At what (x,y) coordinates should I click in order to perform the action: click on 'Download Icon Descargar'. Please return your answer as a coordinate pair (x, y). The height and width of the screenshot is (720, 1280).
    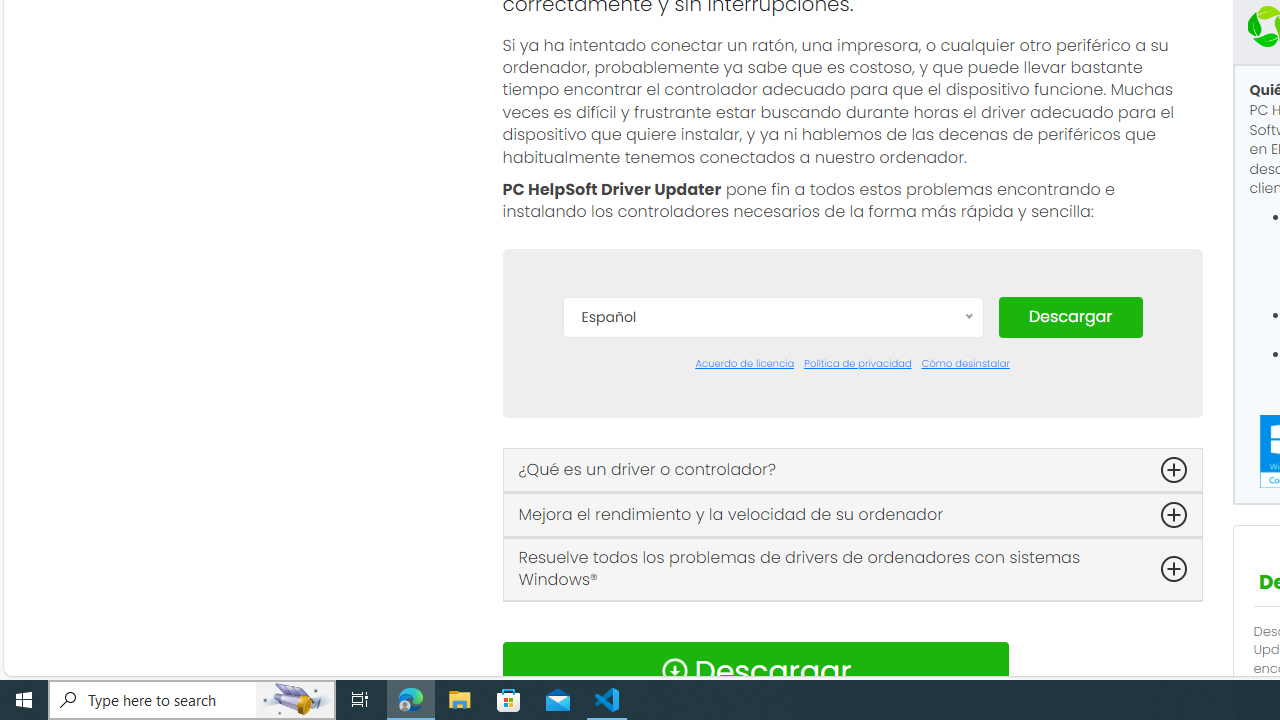
    Looking at the image, I should click on (754, 671).